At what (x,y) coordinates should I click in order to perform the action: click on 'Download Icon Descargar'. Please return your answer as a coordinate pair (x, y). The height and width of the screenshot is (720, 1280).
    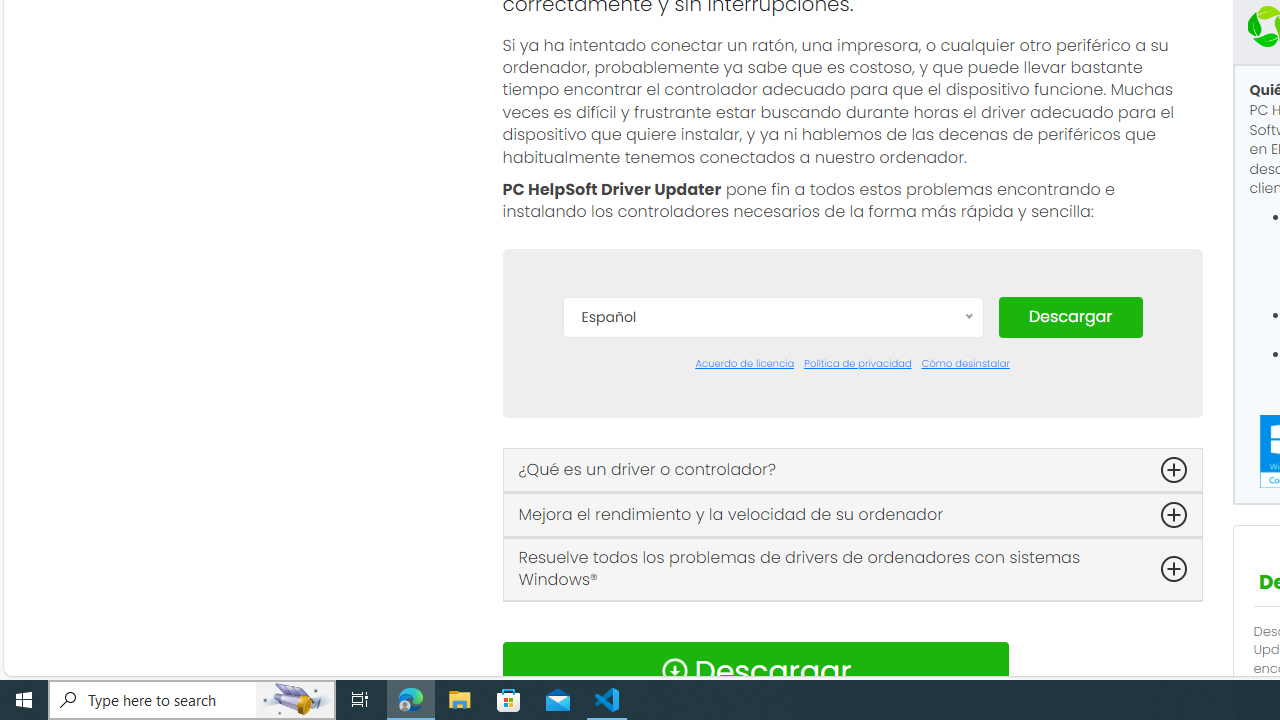
    Looking at the image, I should click on (754, 671).